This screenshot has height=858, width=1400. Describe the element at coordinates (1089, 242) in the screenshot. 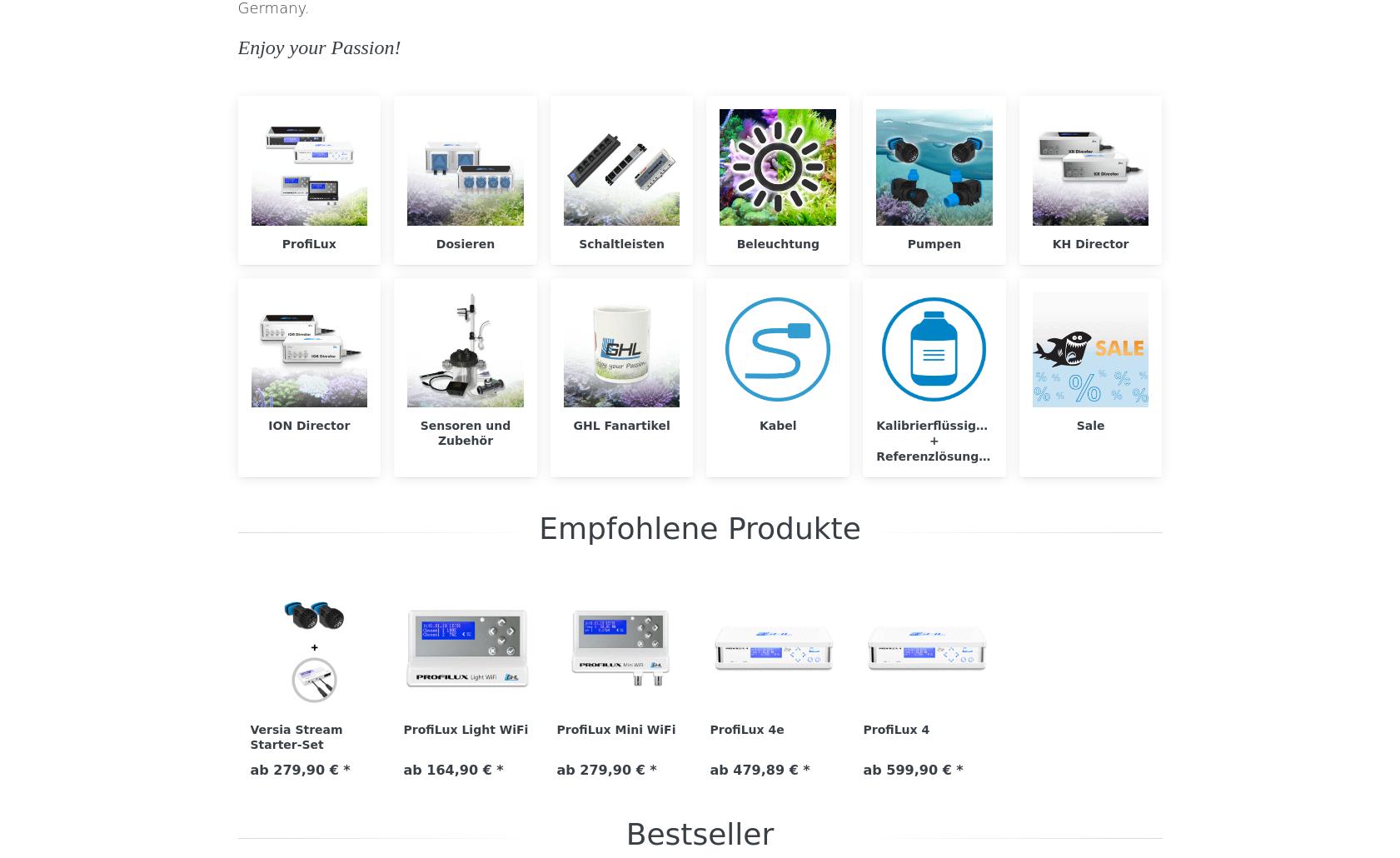

I see `'KH Director'` at that location.